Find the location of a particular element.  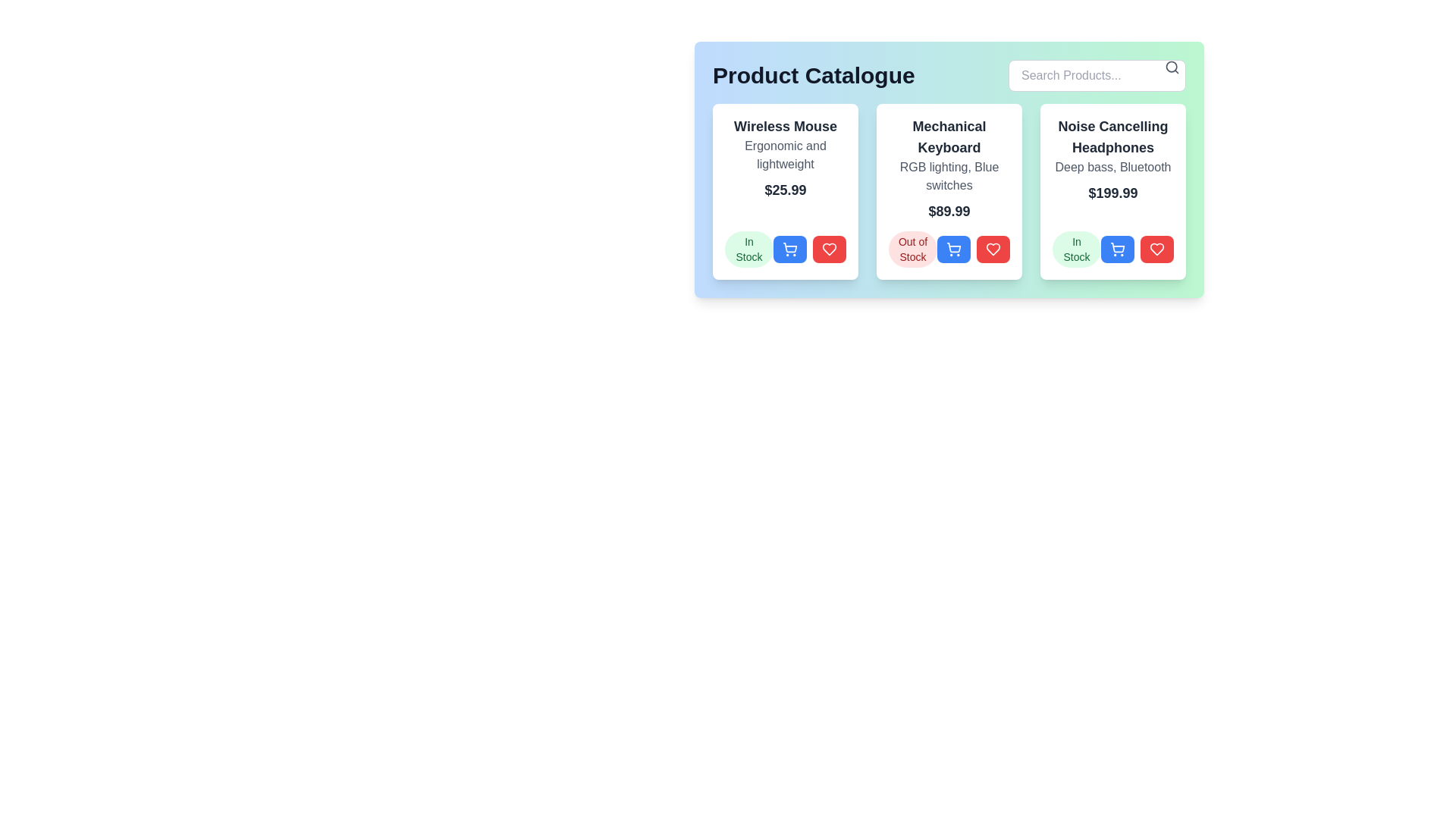

the shopping cart button icon located in the third product card for 'Noise Cancelling Headphones' for keyboard navigation is located at coordinates (1117, 246).